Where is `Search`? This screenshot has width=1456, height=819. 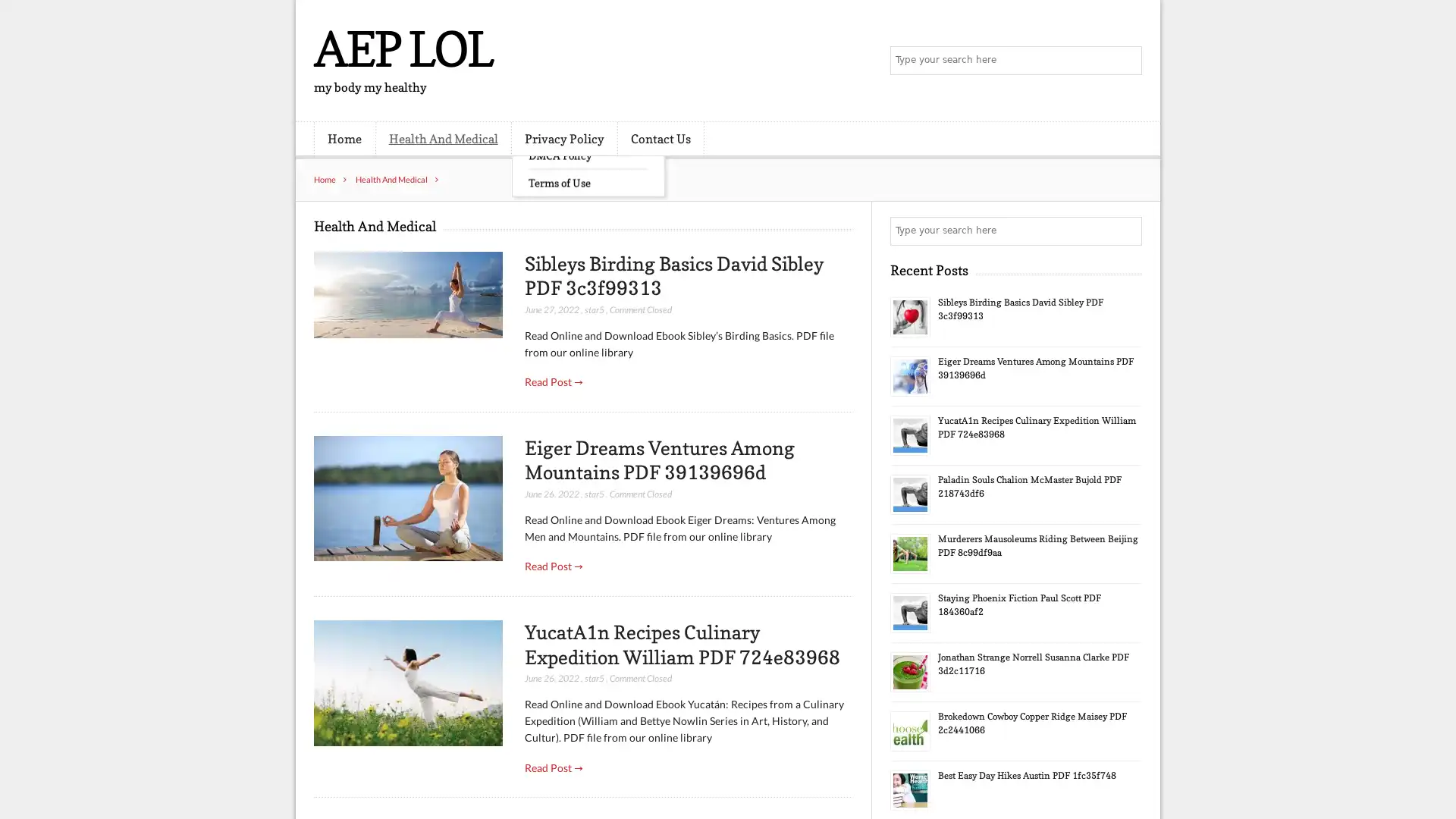
Search is located at coordinates (1126, 61).